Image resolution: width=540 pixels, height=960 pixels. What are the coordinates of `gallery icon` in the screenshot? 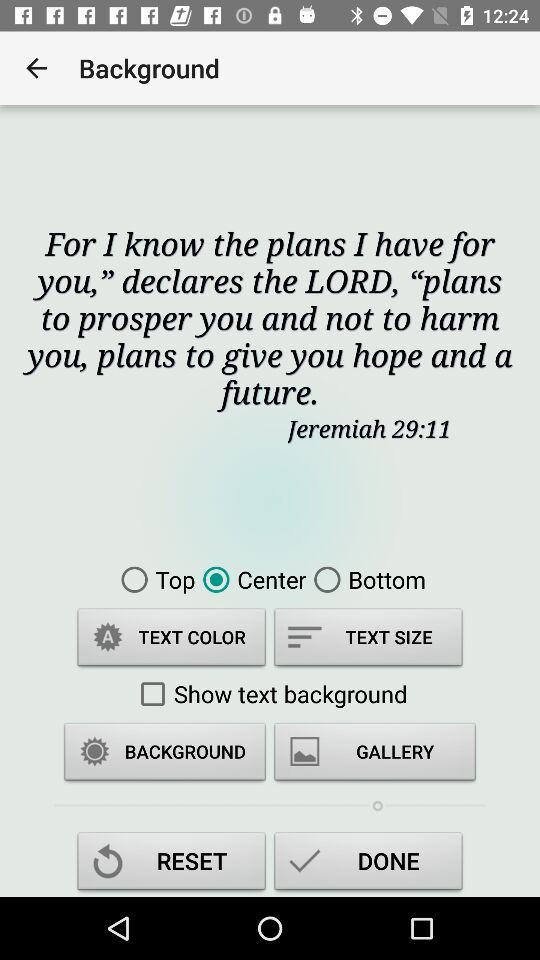 It's located at (374, 753).